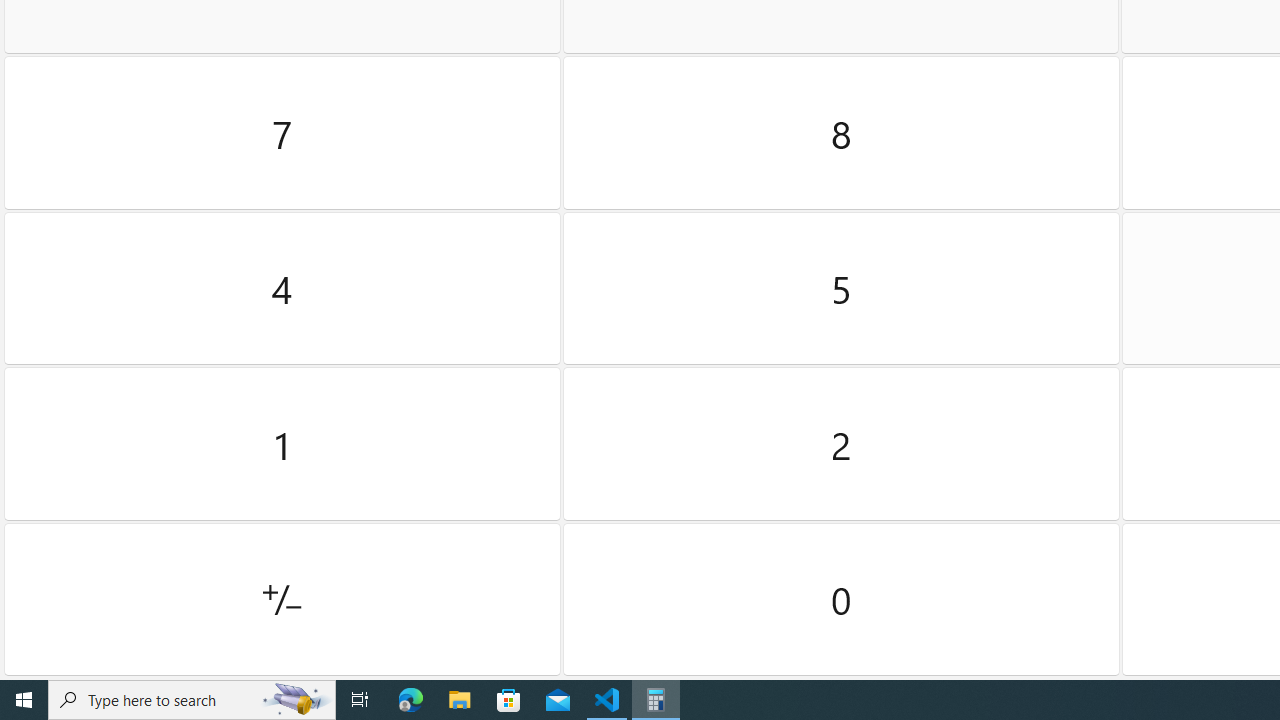  What do you see at coordinates (841, 598) in the screenshot?
I see `'Zero'` at bounding box center [841, 598].